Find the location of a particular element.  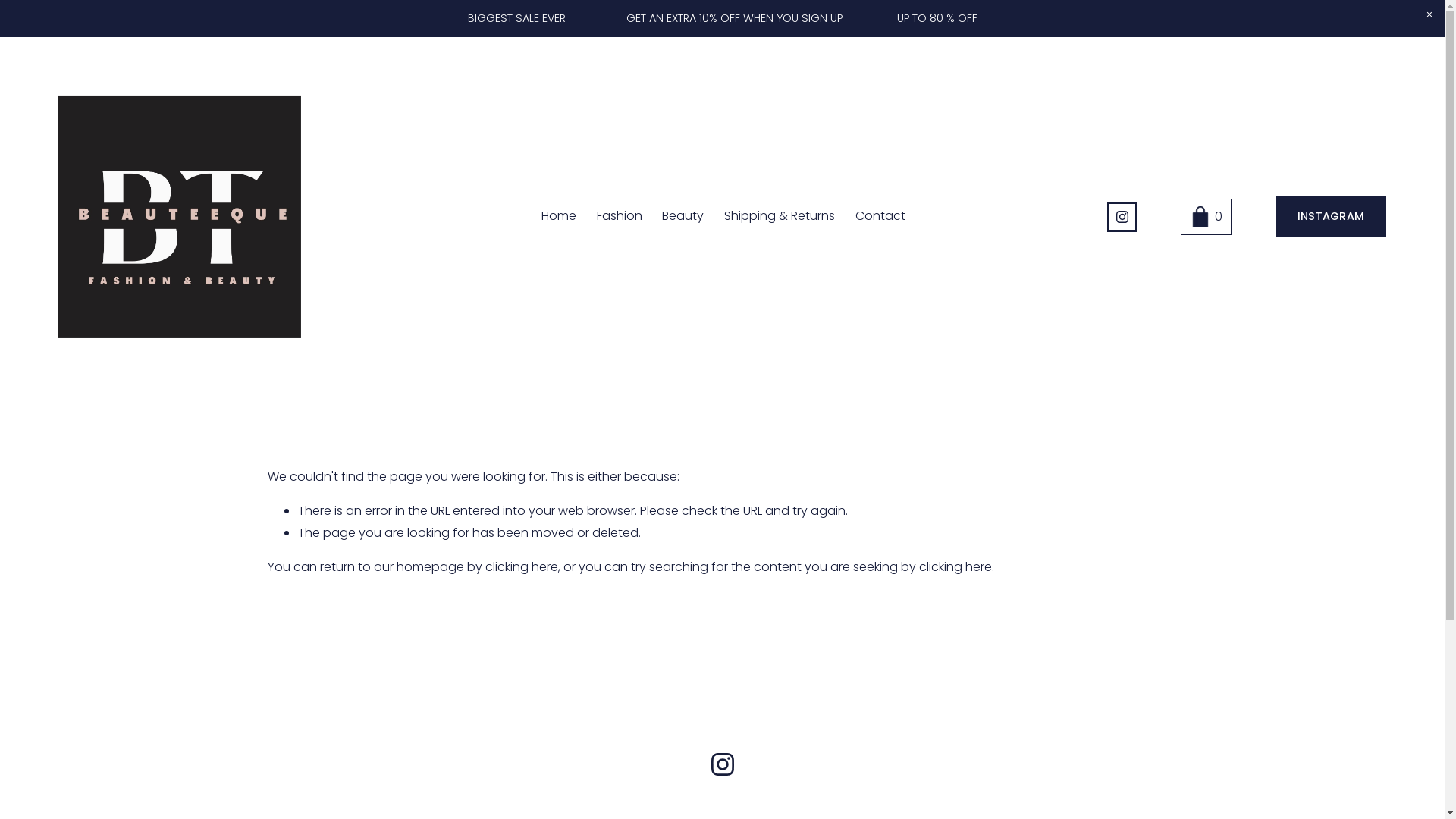

'clicking here' is located at coordinates (918, 566).